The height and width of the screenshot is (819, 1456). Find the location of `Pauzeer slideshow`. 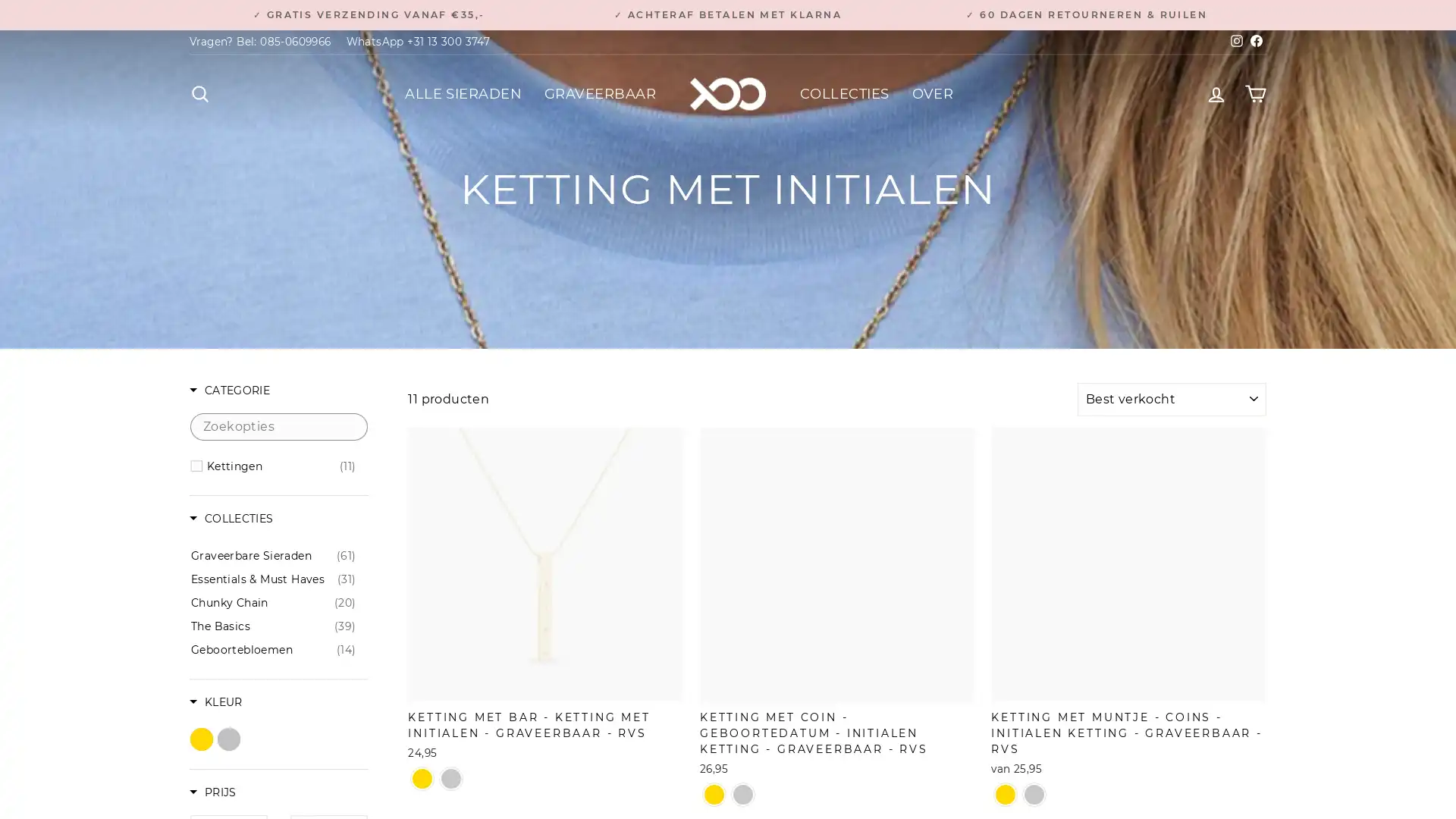

Pauzeer slideshow is located at coordinates (732, 8).